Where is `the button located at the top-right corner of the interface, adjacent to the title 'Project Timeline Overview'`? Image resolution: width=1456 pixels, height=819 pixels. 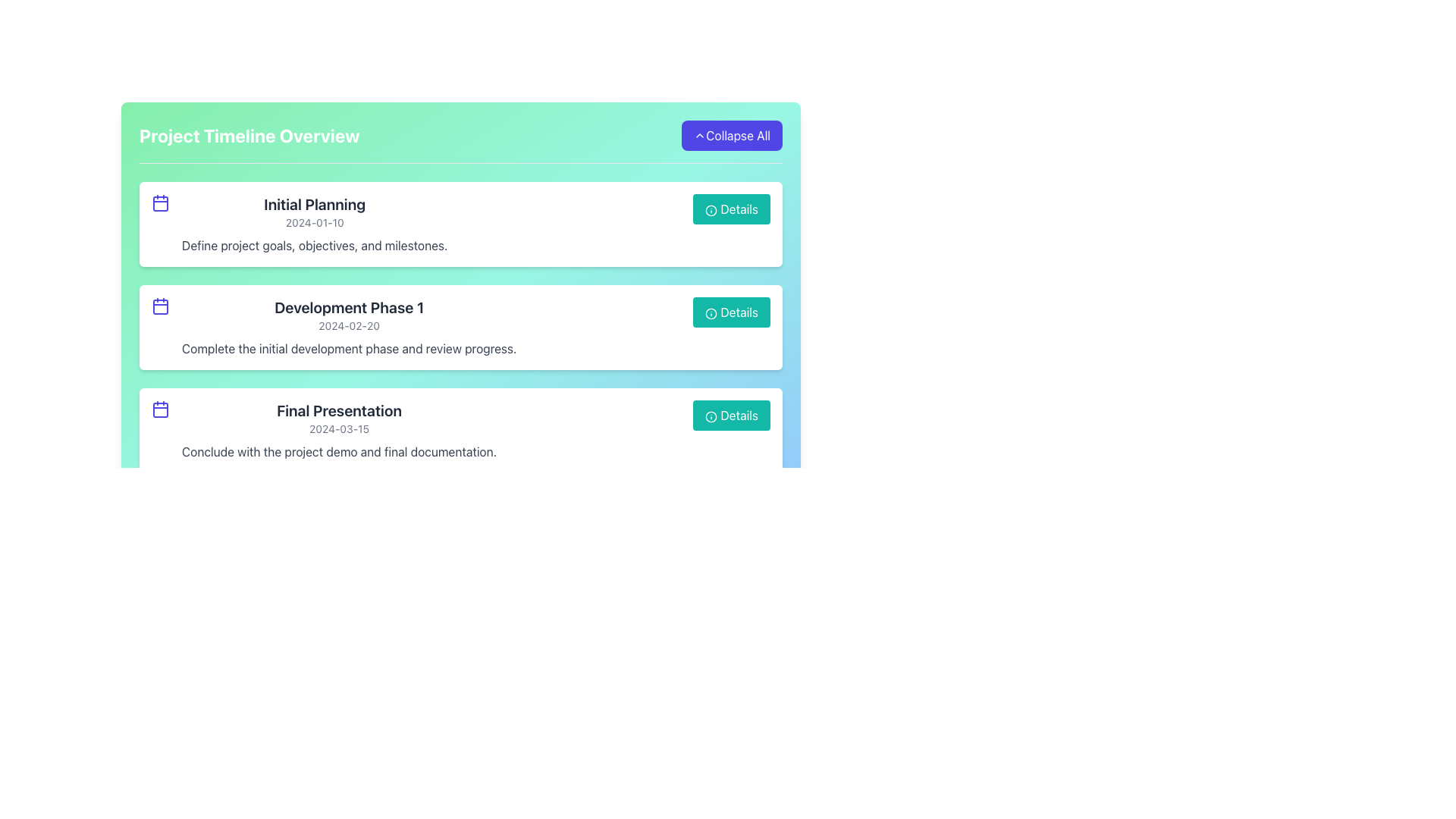
the button located at the top-right corner of the interface, adjacent to the title 'Project Timeline Overview' is located at coordinates (732, 134).